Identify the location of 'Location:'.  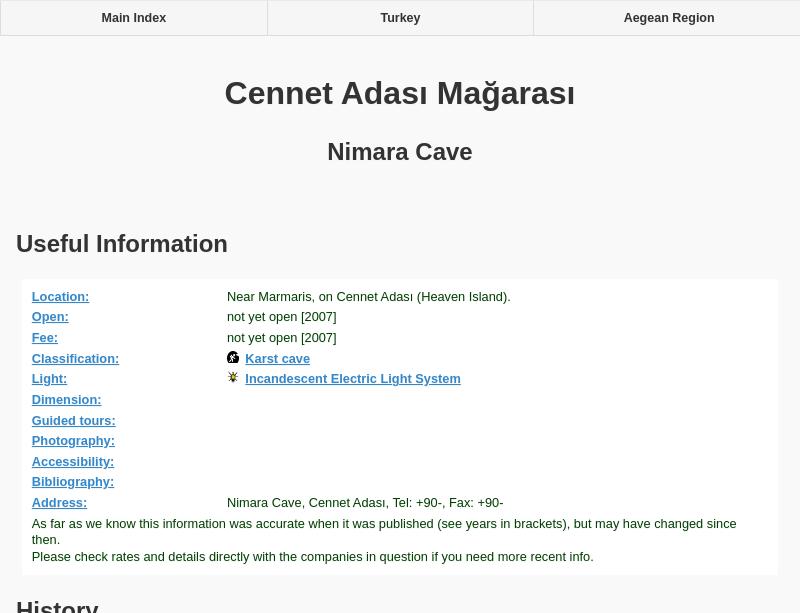
(59, 295).